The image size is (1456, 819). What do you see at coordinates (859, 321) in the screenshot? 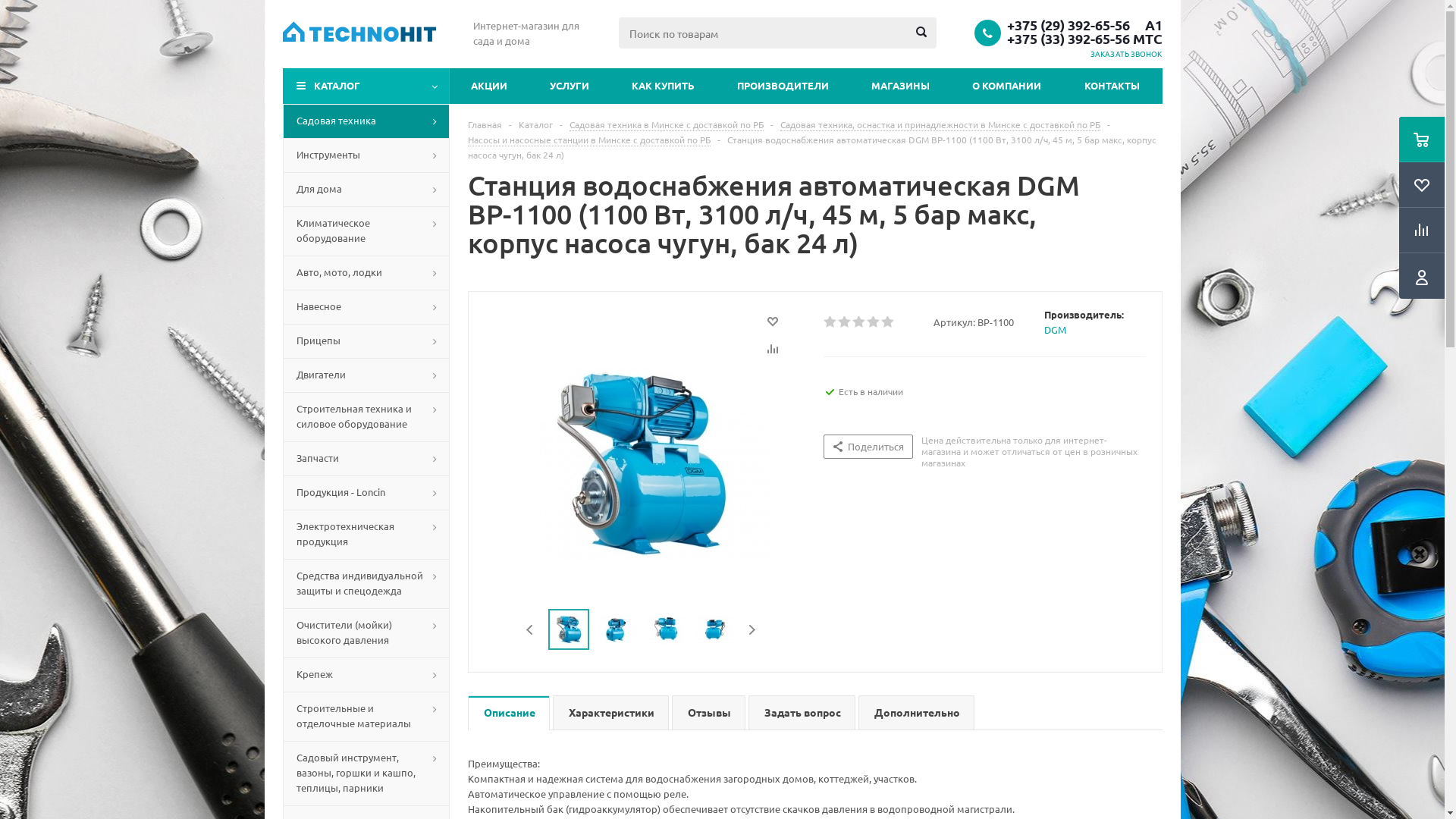
I see `'3'` at bounding box center [859, 321].